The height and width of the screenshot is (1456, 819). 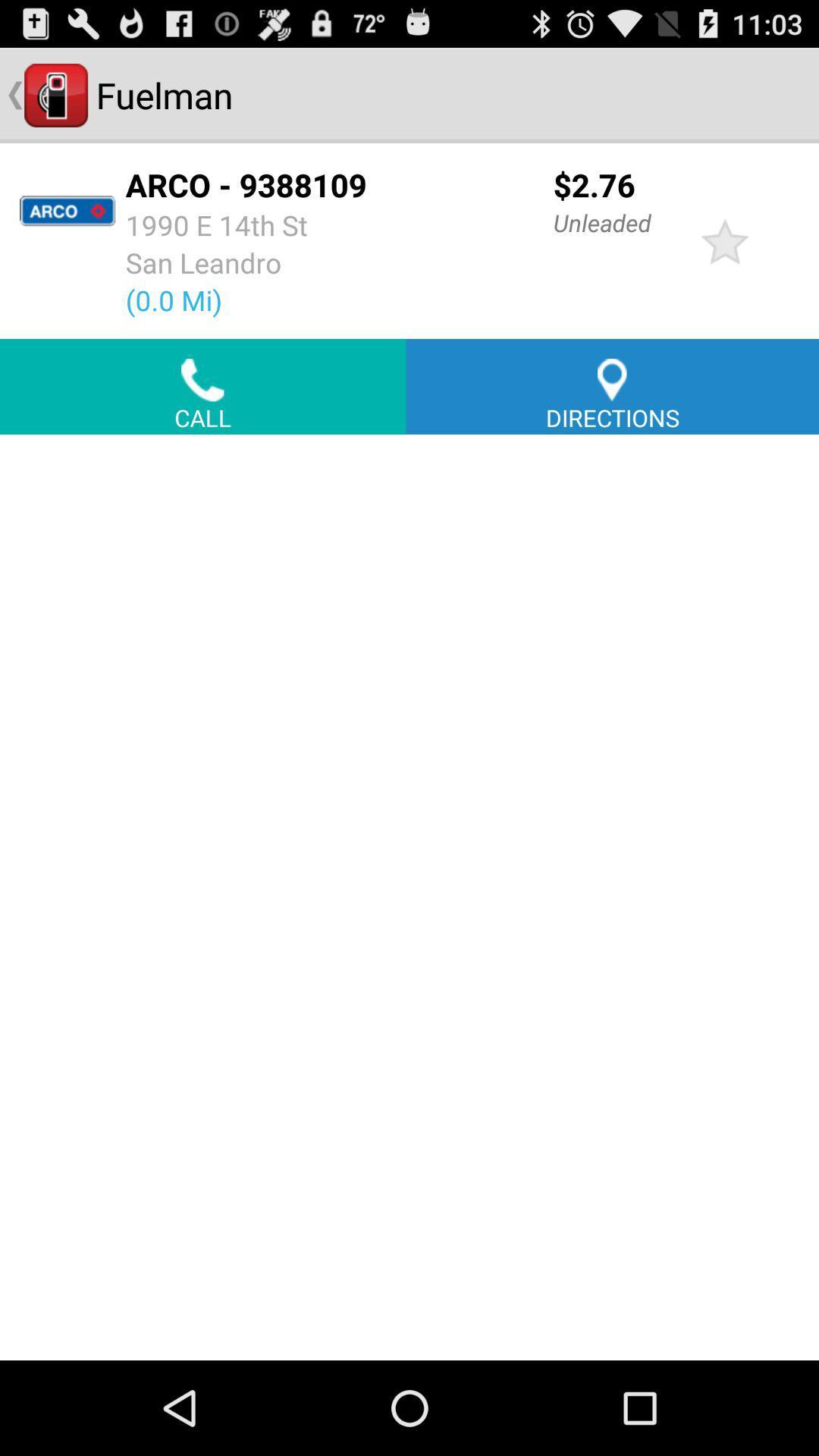 I want to click on the star icon, so click(x=724, y=258).